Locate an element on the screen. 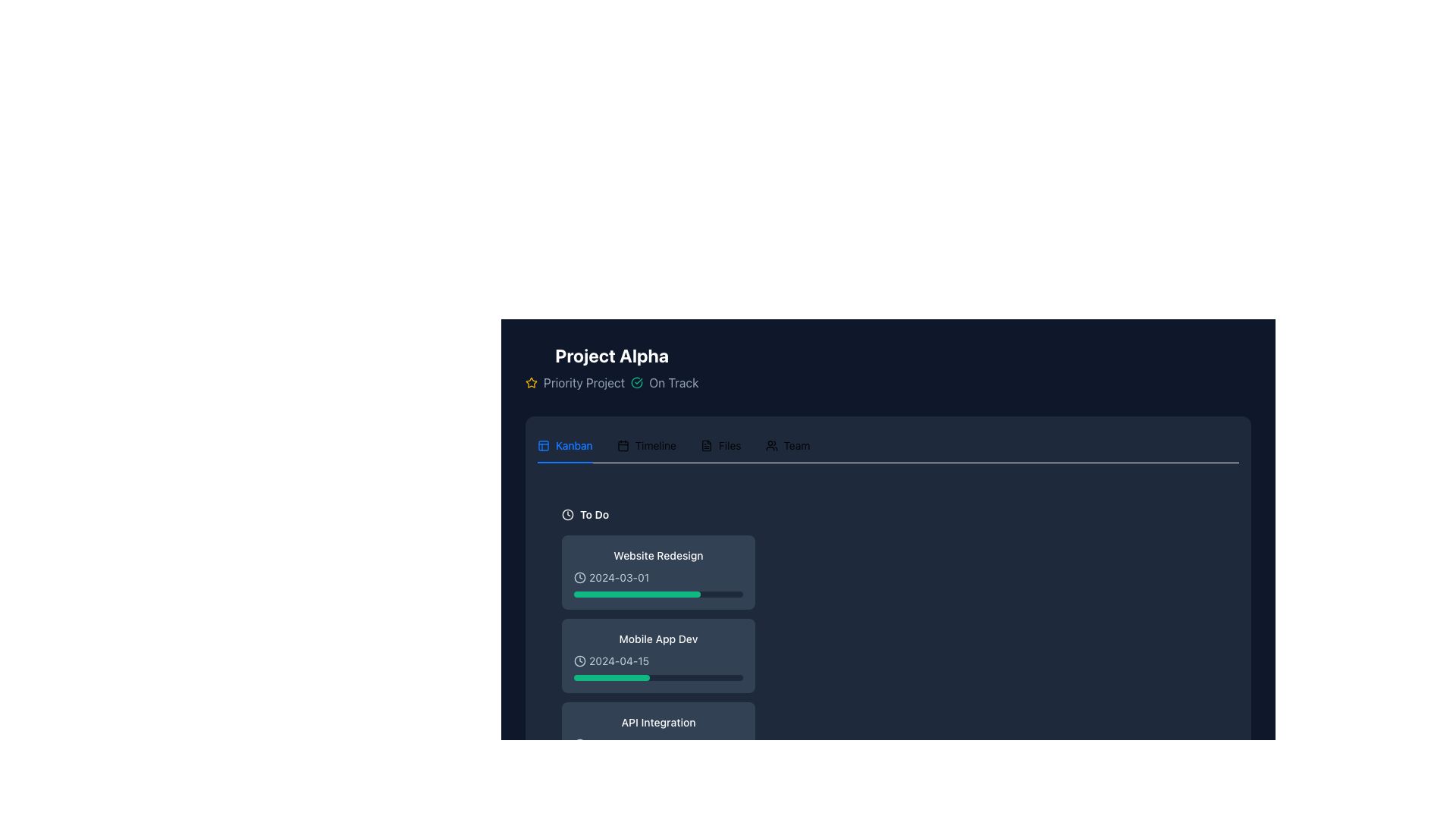  the 'Kanban' tab button, which is the first tab item located under the header 'Project Alpha' is located at coordinates (564, 444).